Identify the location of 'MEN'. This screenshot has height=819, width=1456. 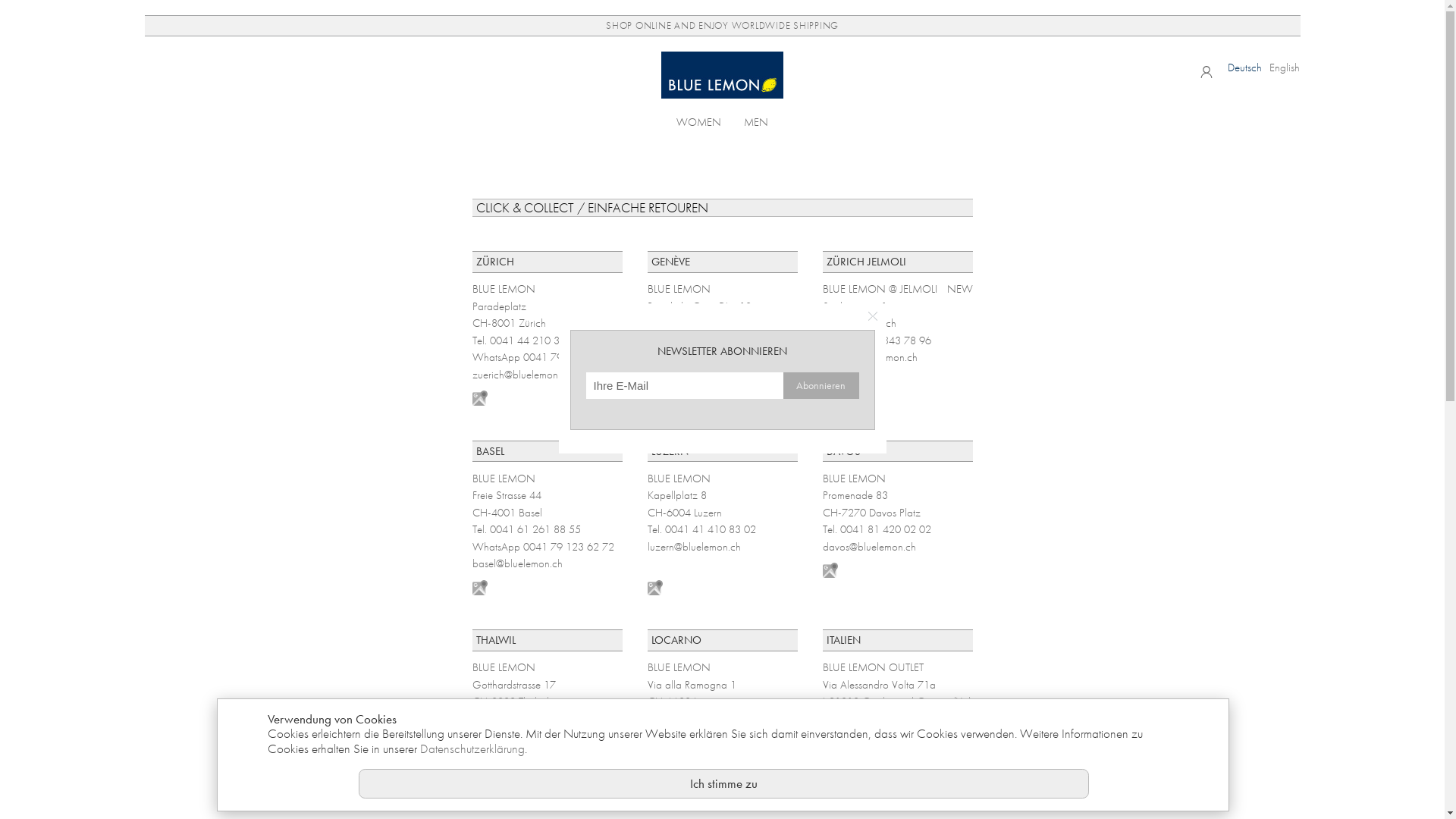
(756, 120).